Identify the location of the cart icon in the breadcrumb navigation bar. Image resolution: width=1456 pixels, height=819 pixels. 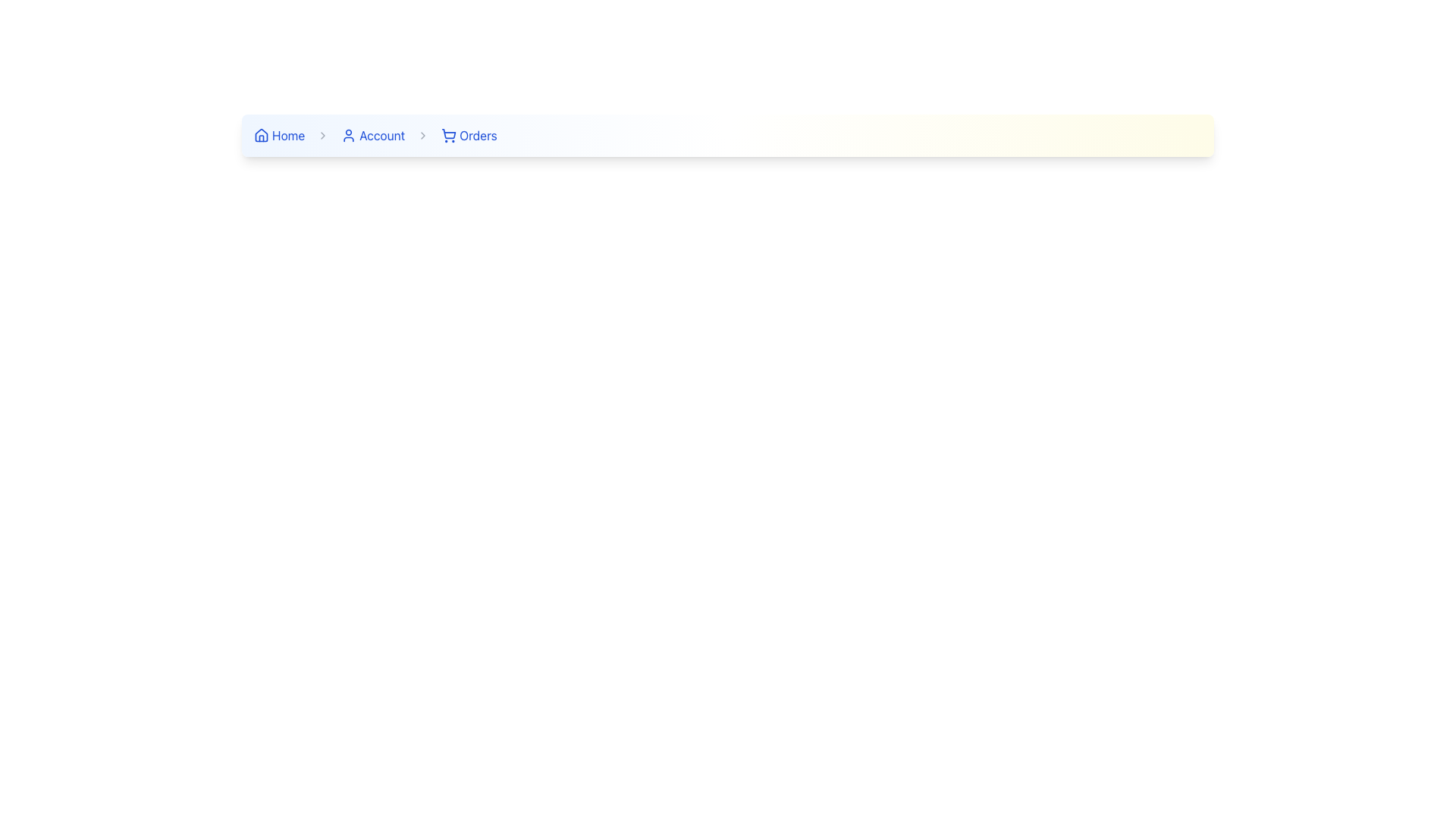
(448, 133).